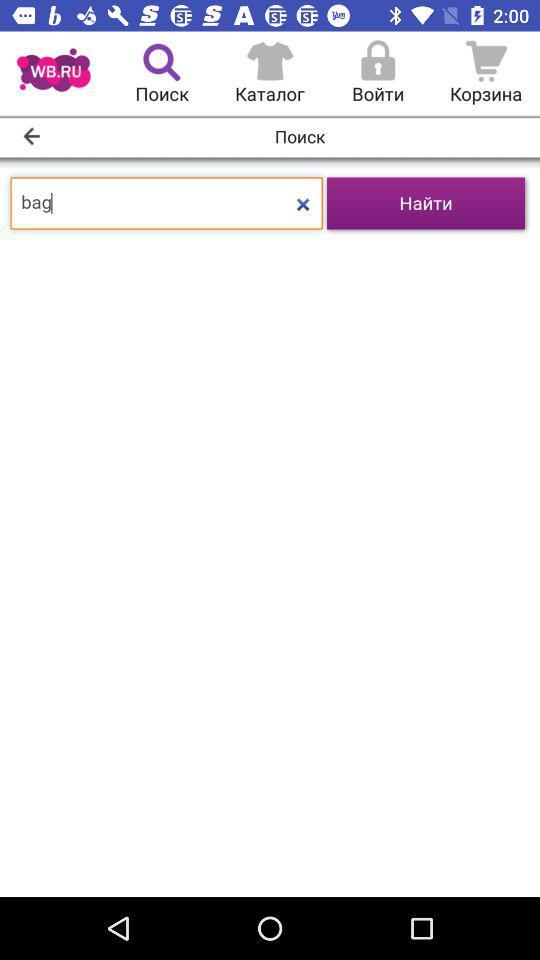 The height and width of the screenshot is (960, 540). I want to click on the lock icon, so click(378, 73).